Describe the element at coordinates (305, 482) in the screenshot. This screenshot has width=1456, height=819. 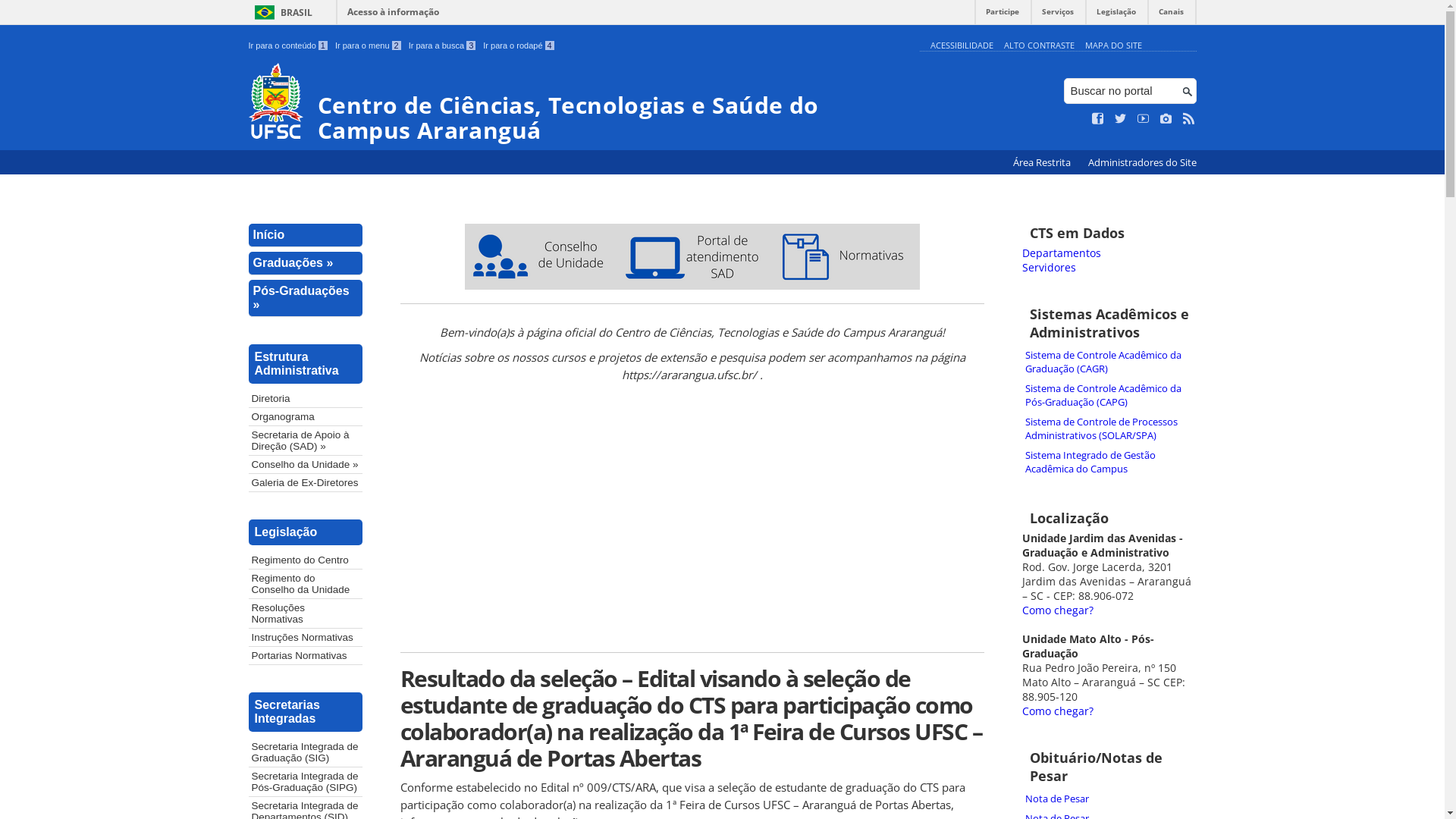
I see `'Galeria de Ex-Diretores'` at that location.